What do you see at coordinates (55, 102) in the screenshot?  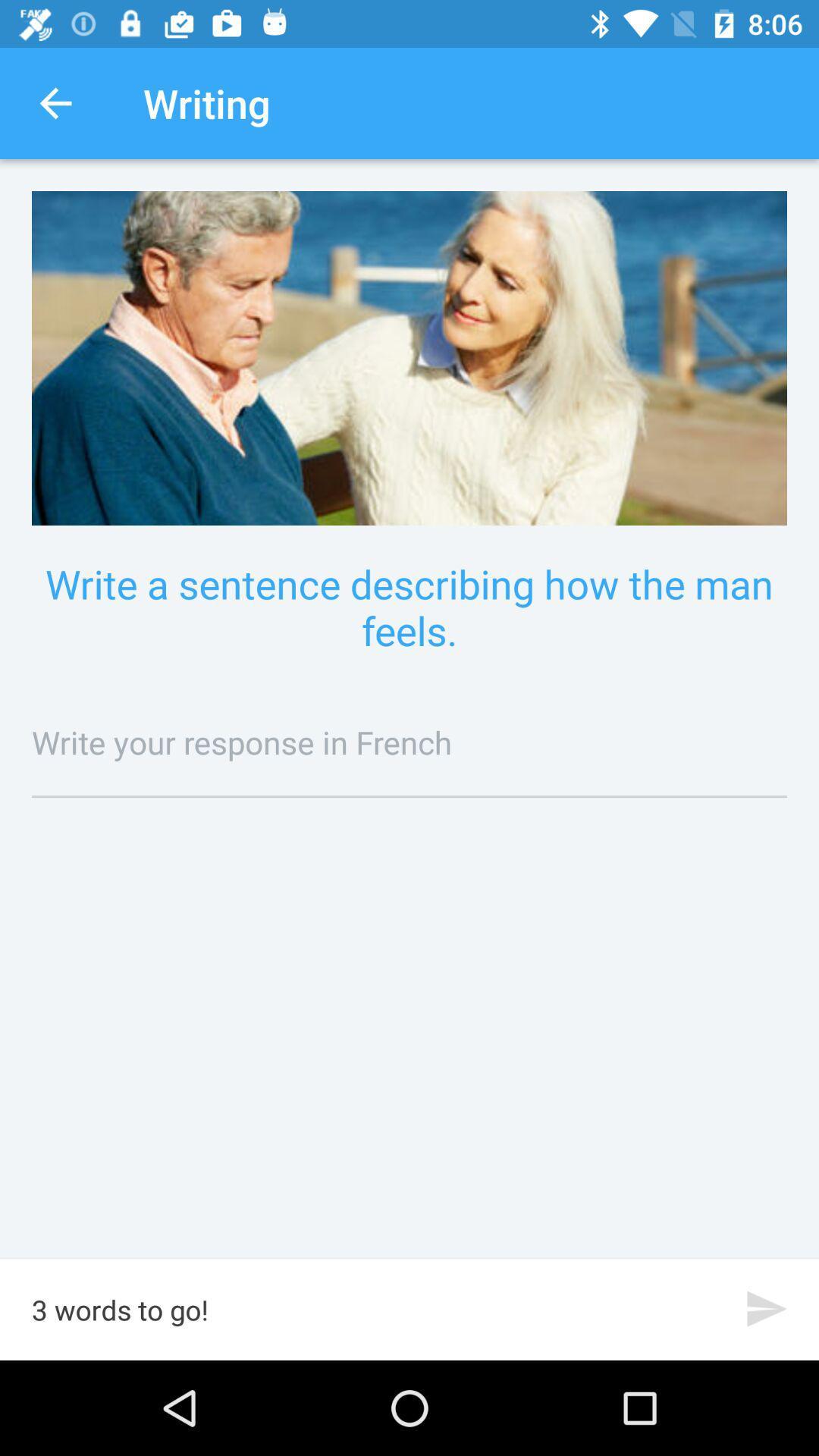 I see `the icon to the left of writing app` at bounding box center [55, 102].